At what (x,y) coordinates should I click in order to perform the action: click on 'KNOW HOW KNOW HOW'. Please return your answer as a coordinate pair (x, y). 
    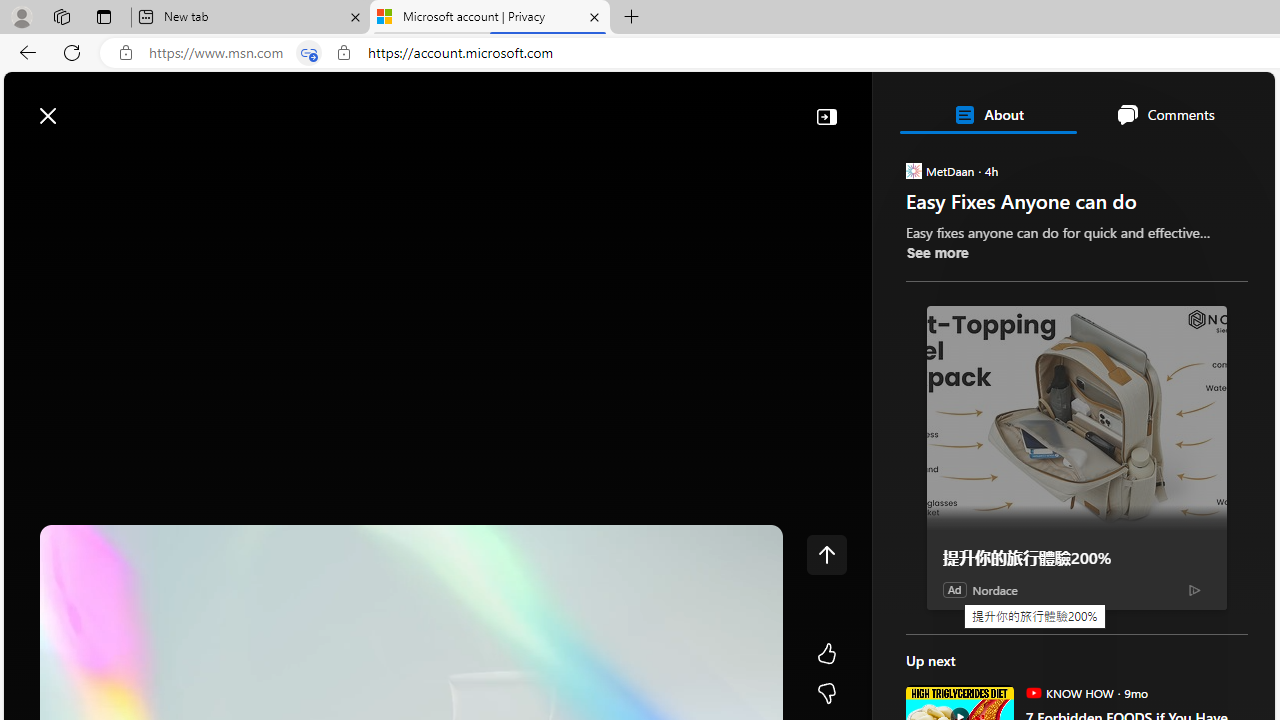
    Looking at the image, I should click on (1068, 691).